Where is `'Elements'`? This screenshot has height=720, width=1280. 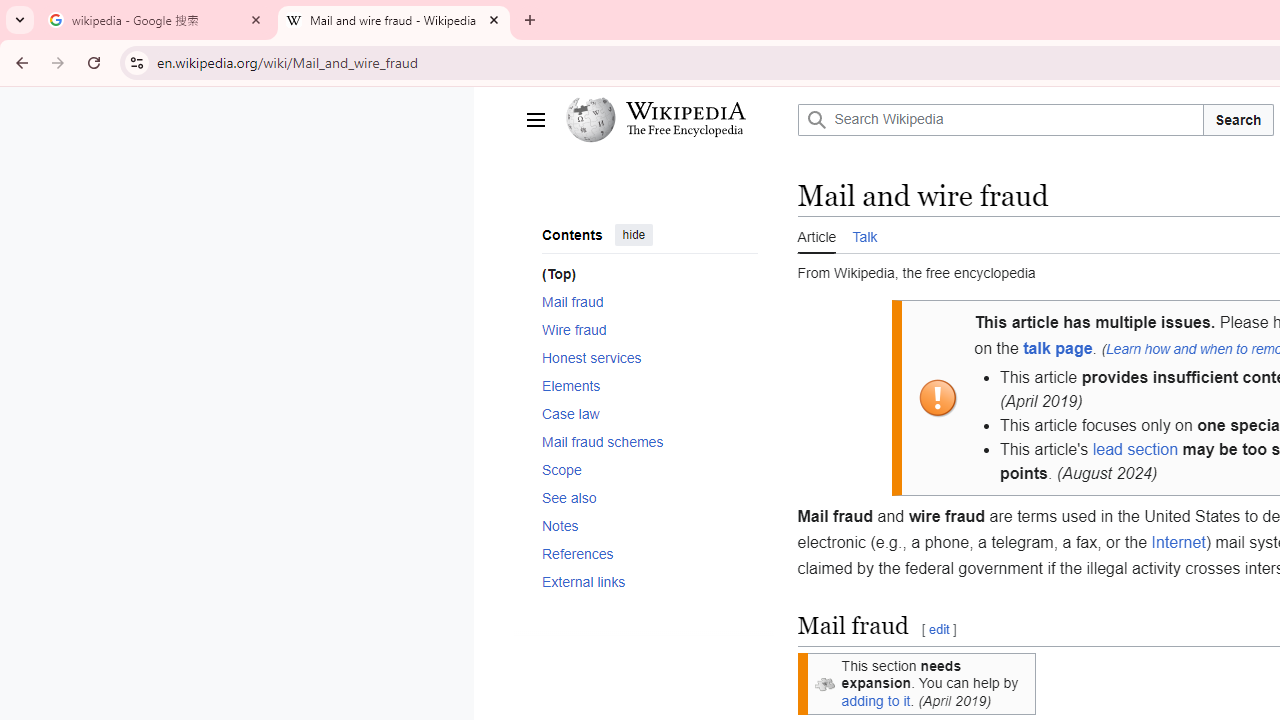
'Elements' is located at coordinates (649, 385).